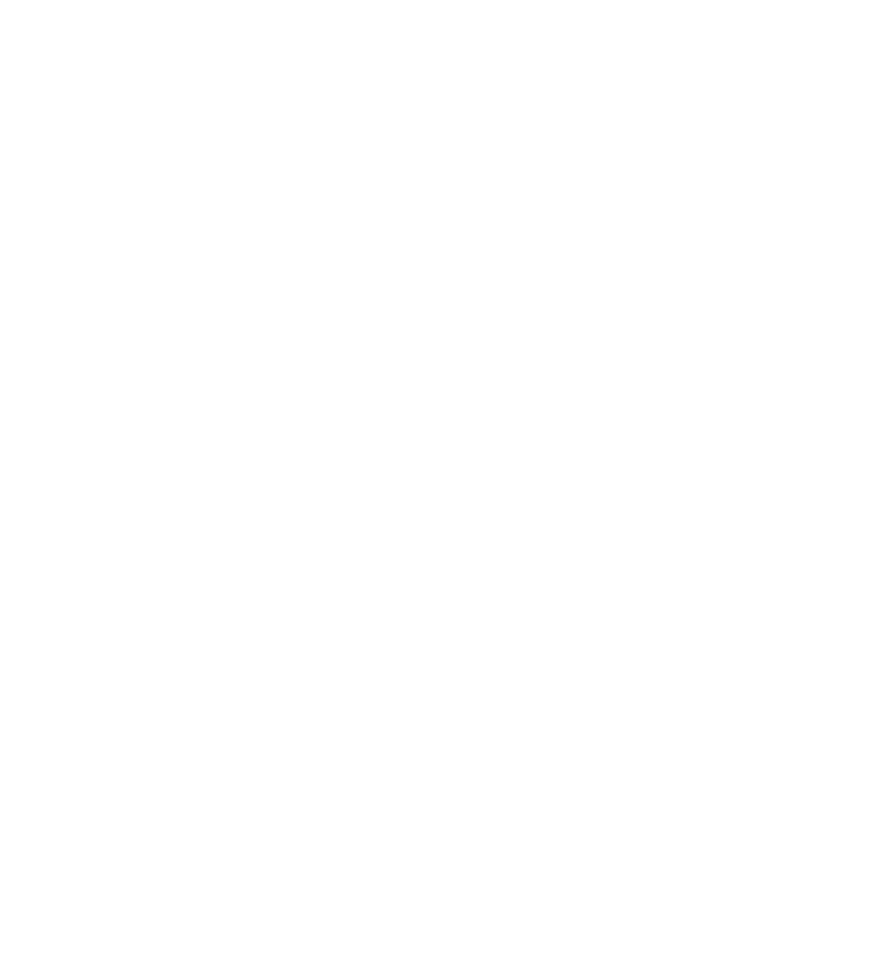  What do you see at coordinates (371, 723) in the screenshot?
I see `'Eastern Acoustic Works has launched its new SM12 Stage Monitor, which incorporates acoustic design cues from the company’s Microwedge line.'` at bounding box center [371, 723].